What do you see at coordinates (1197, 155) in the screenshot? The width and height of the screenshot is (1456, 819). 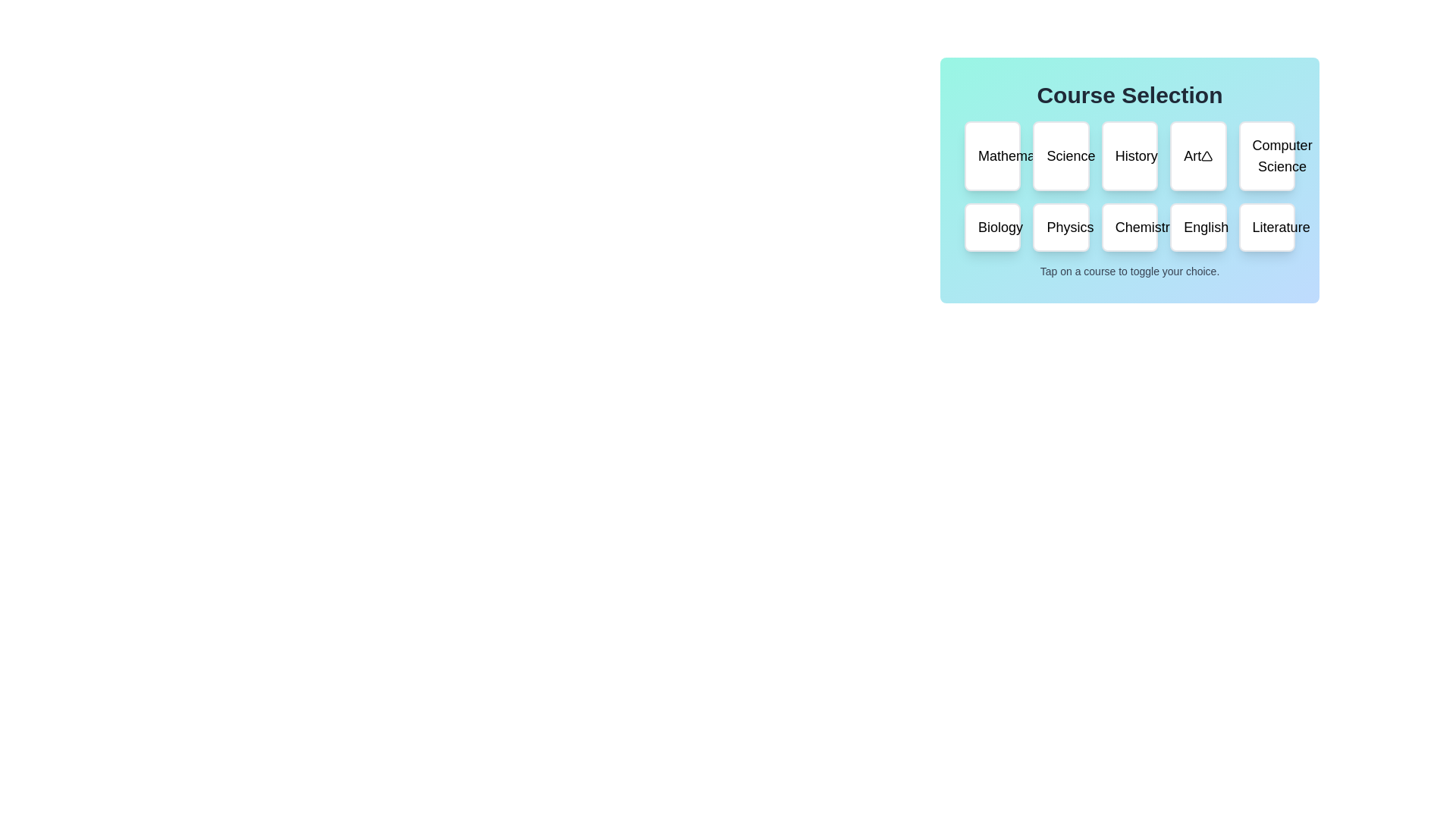 I see `the course Art` at bounding box center [1197, 155].